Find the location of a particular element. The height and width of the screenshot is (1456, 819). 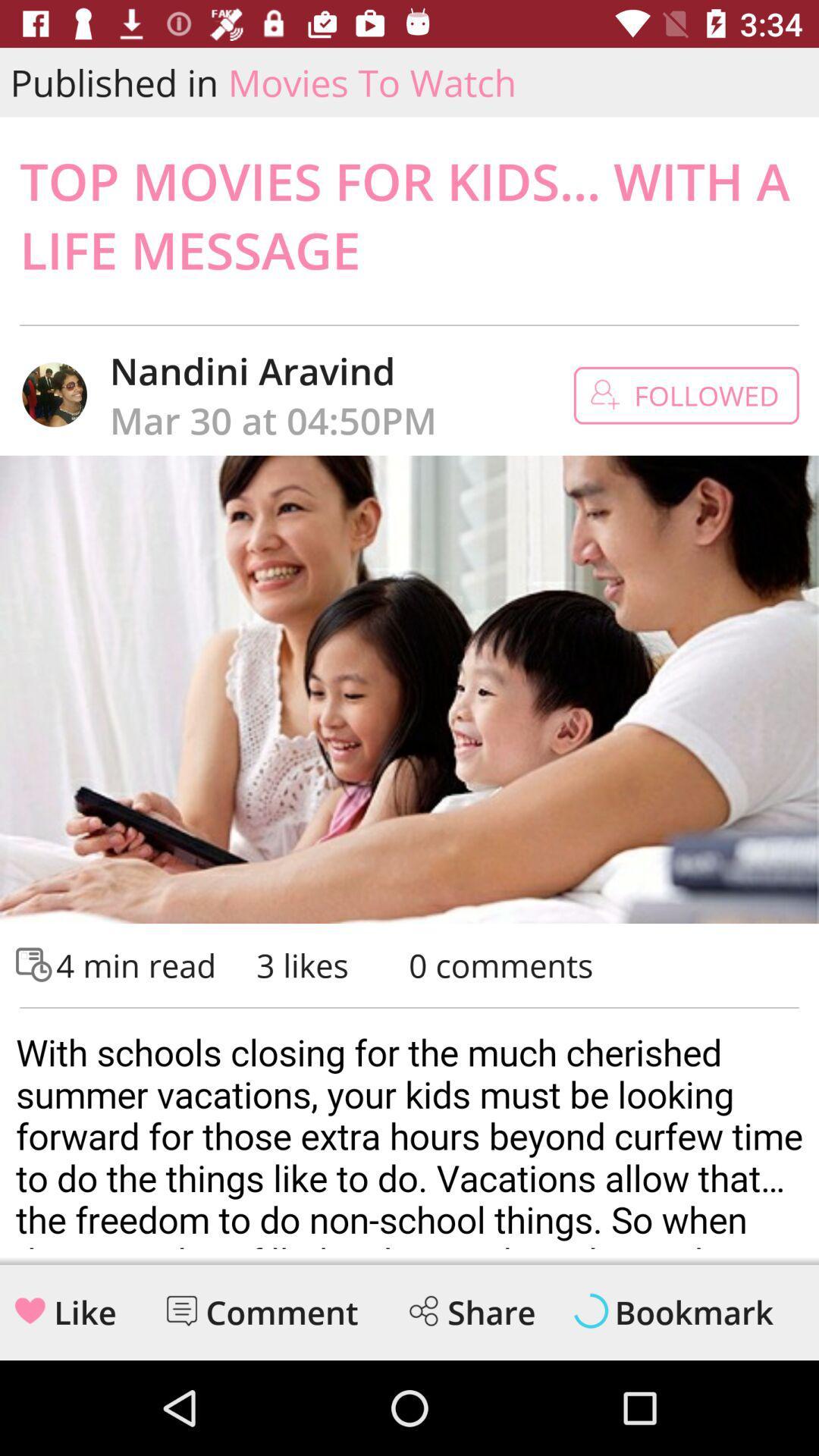

like is located at coordinates (30, 1310).